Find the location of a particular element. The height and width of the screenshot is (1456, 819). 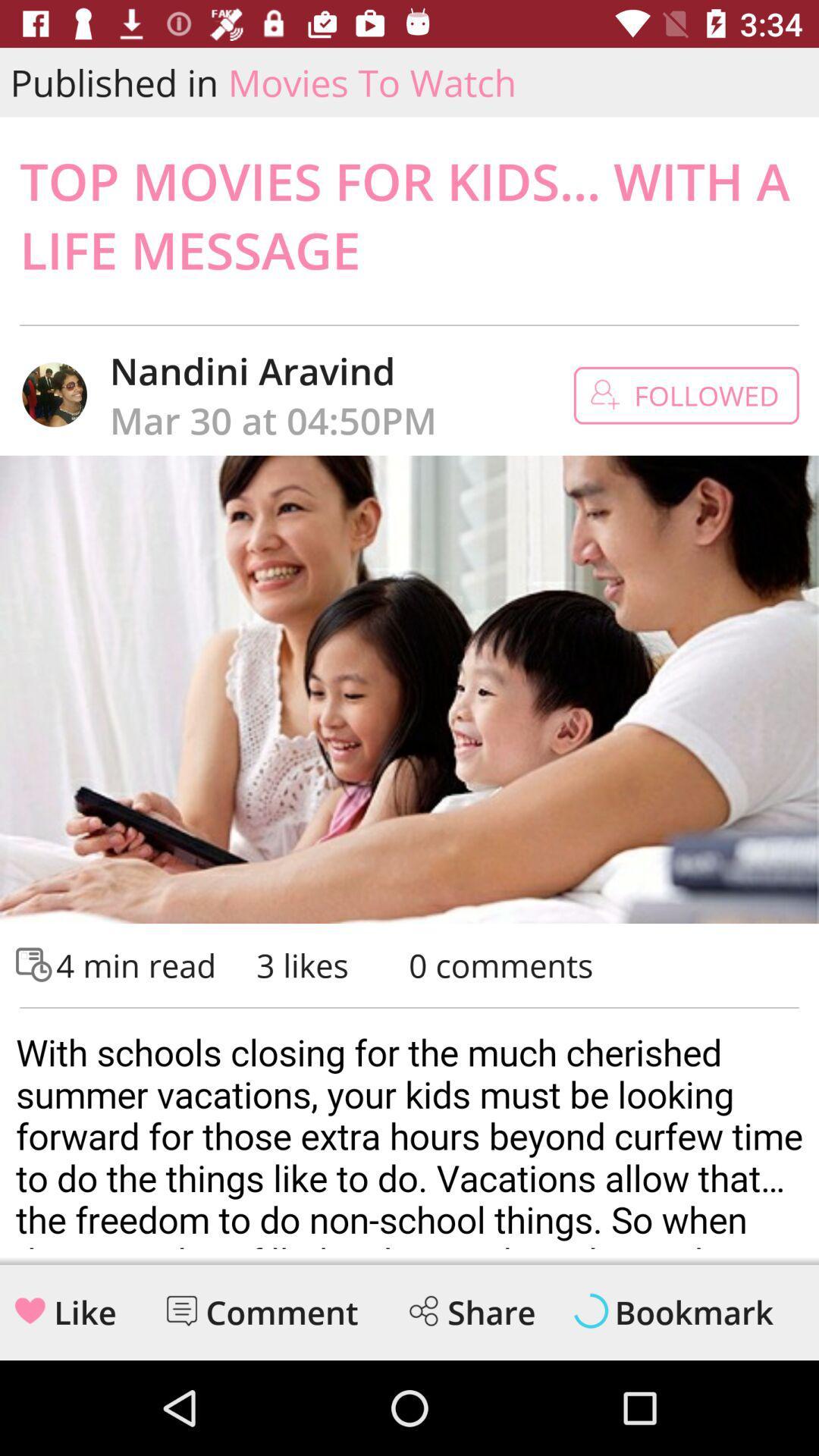

like is located at coordinates (30, 1310).